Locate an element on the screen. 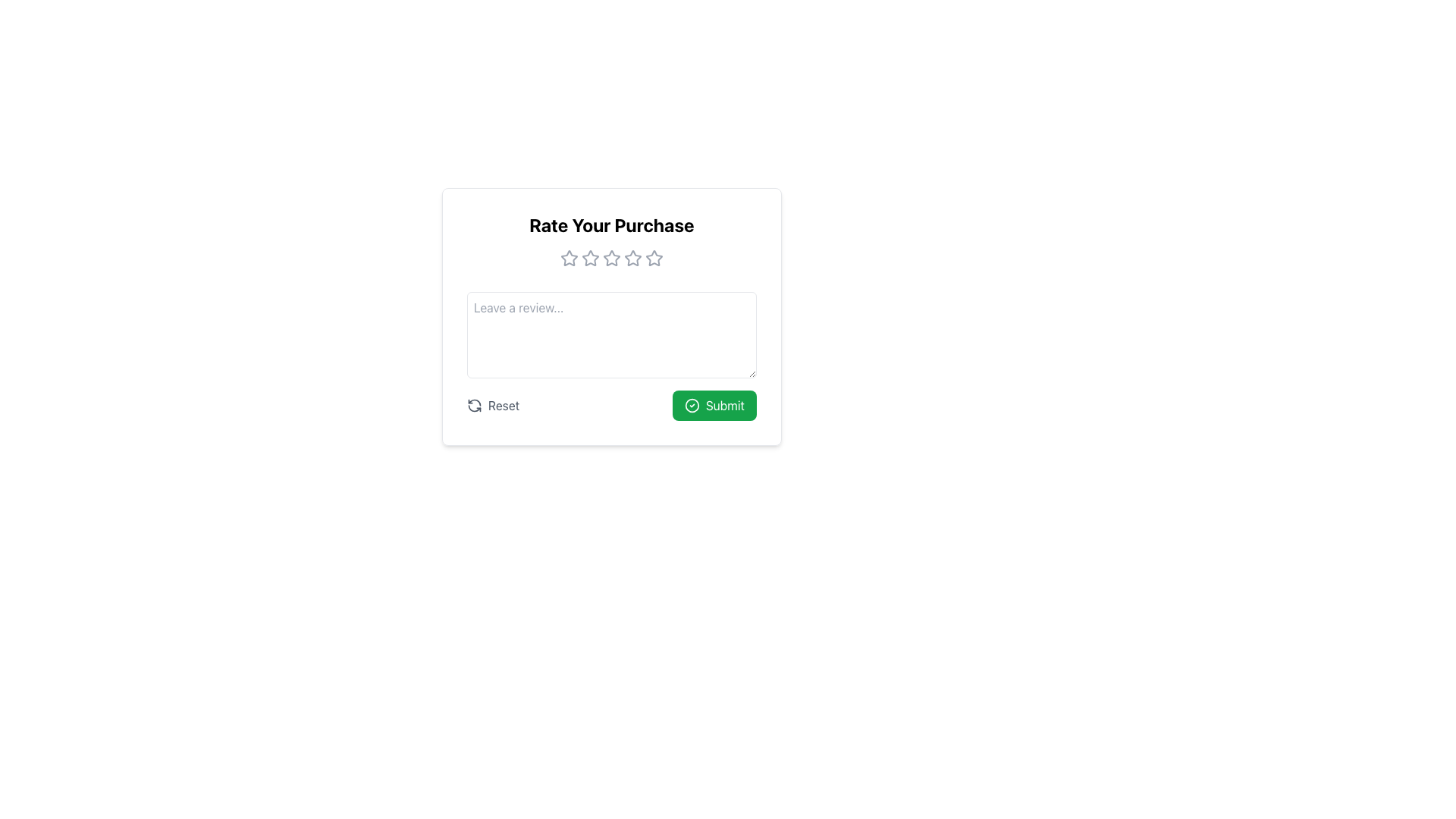 This screenshot has width=1456, height=819. the 'Reset' button, which is gray and transitions to darker gray upon hover, located to the left of the green 'Submit' button is located at coordinates (493, 405).